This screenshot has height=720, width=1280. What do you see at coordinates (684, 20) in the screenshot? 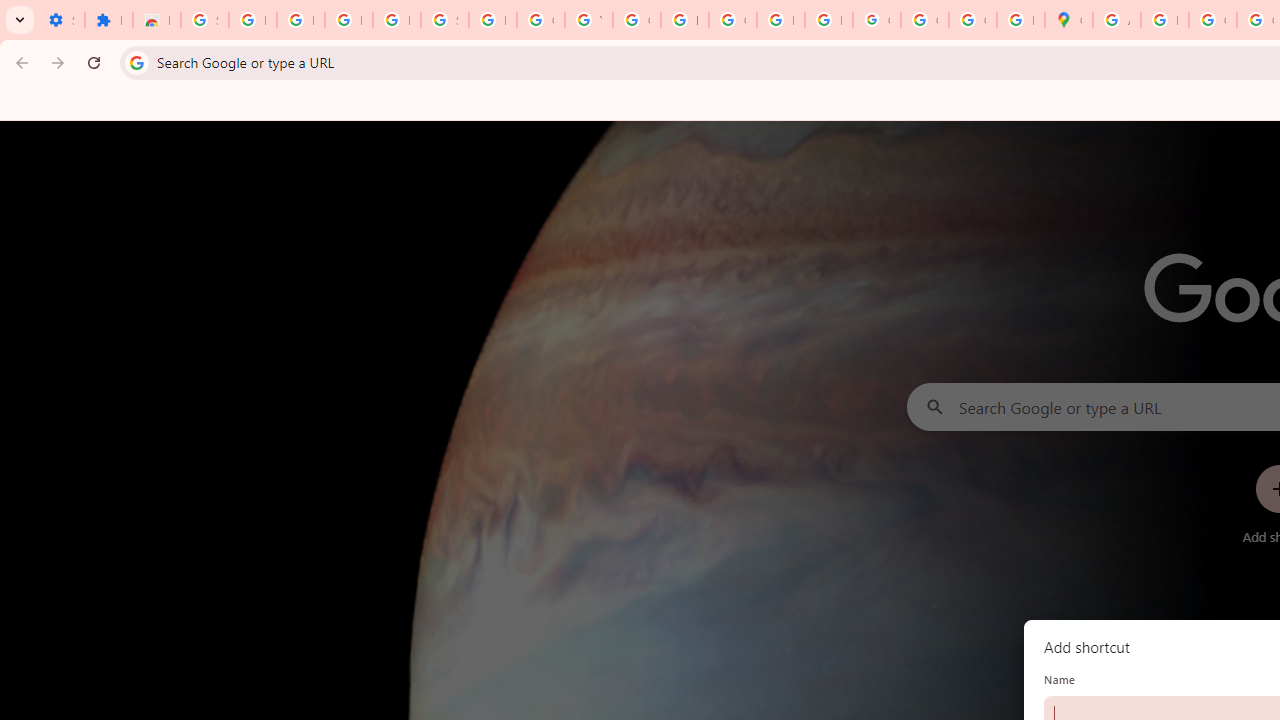
I see `'https://scholar.google.com/'` at bounding box center [684, 20].